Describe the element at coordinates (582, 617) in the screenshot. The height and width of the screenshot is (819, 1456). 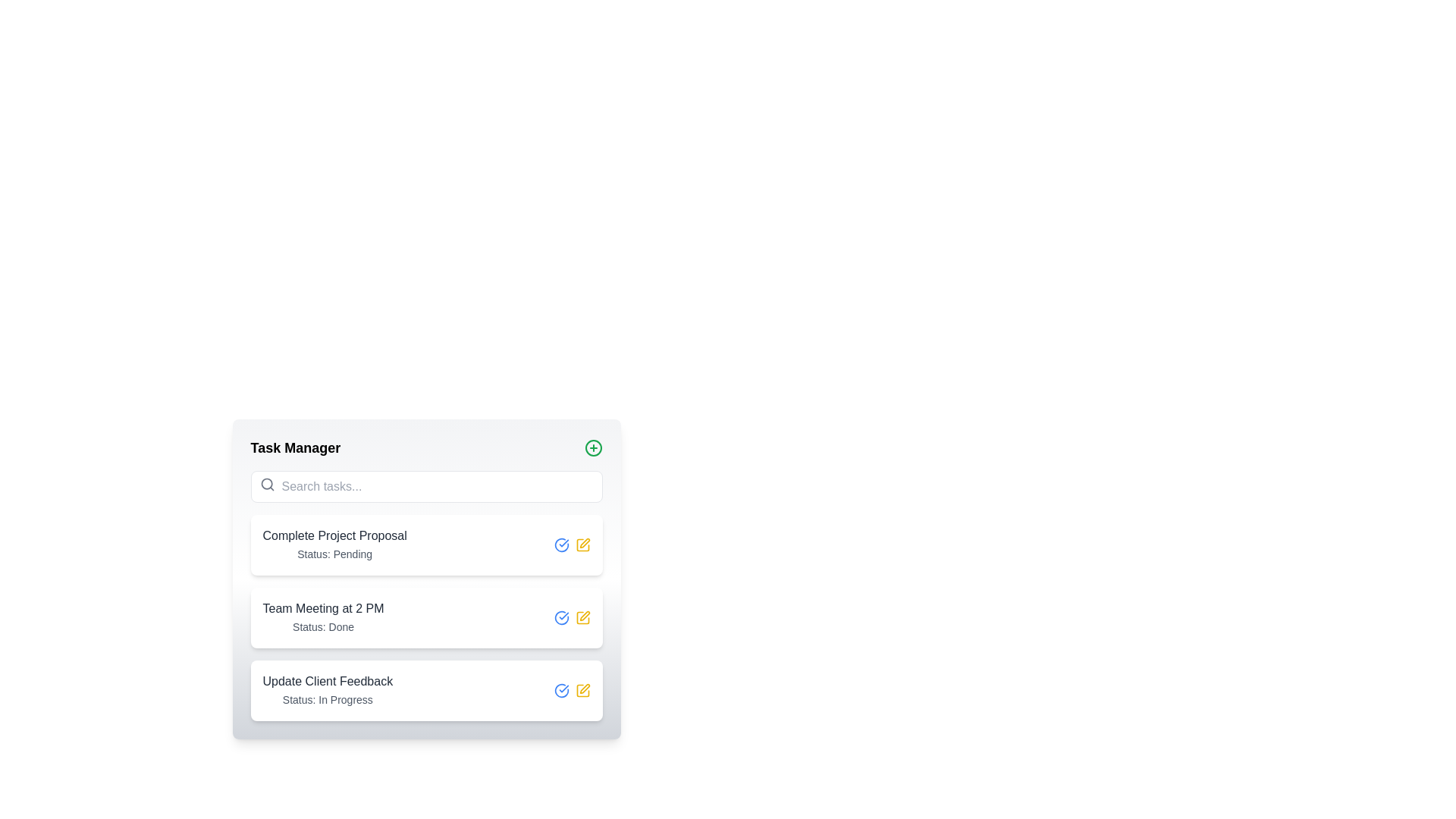
I see `the edit button located at the end of the third row in the task list` at that location.